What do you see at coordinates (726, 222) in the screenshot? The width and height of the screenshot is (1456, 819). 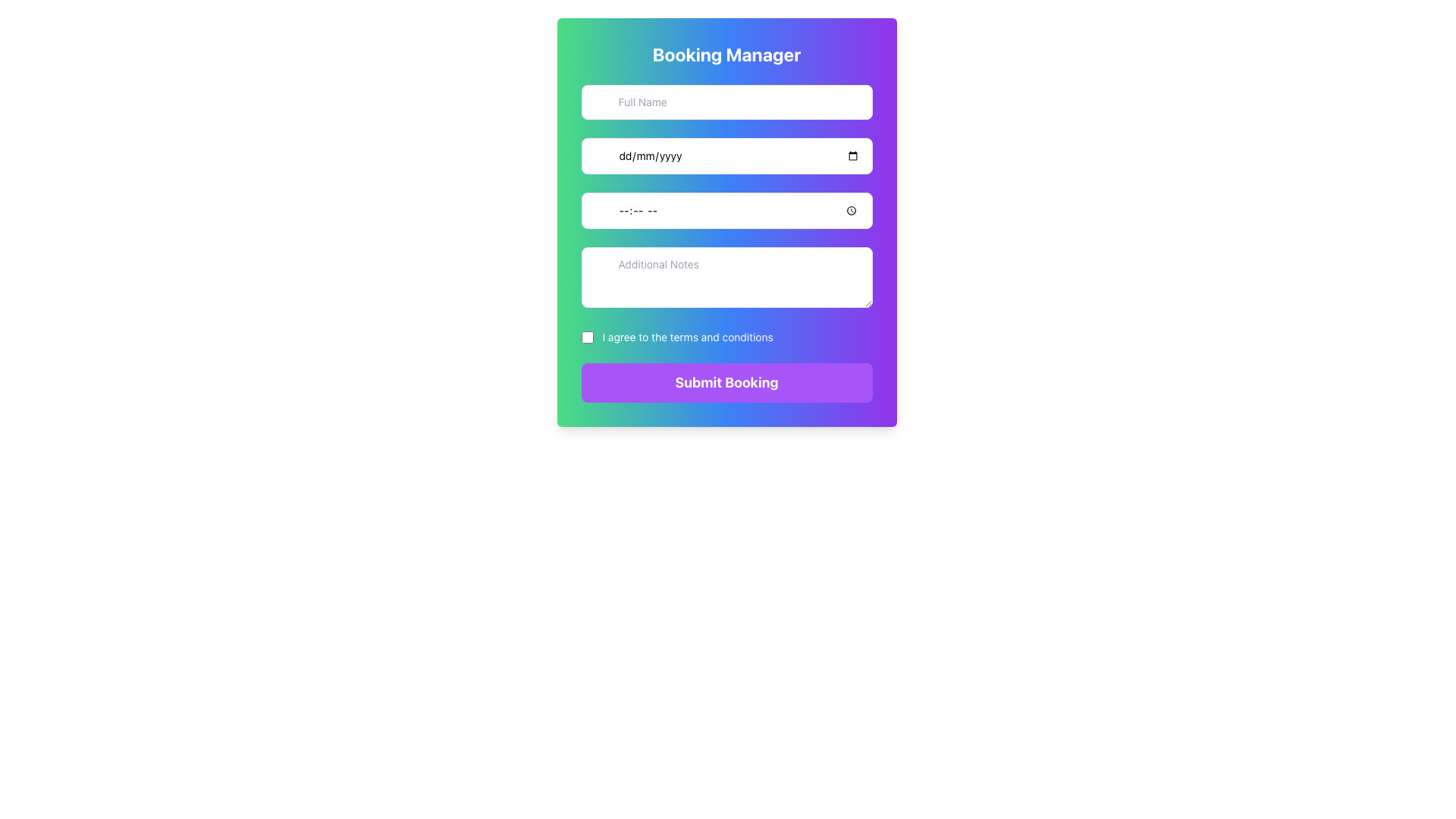 I see `the third Text Input Field, which is styled with light borders, rounded corners, and contains a clock icon on the right` at bounding box center [726, 222].